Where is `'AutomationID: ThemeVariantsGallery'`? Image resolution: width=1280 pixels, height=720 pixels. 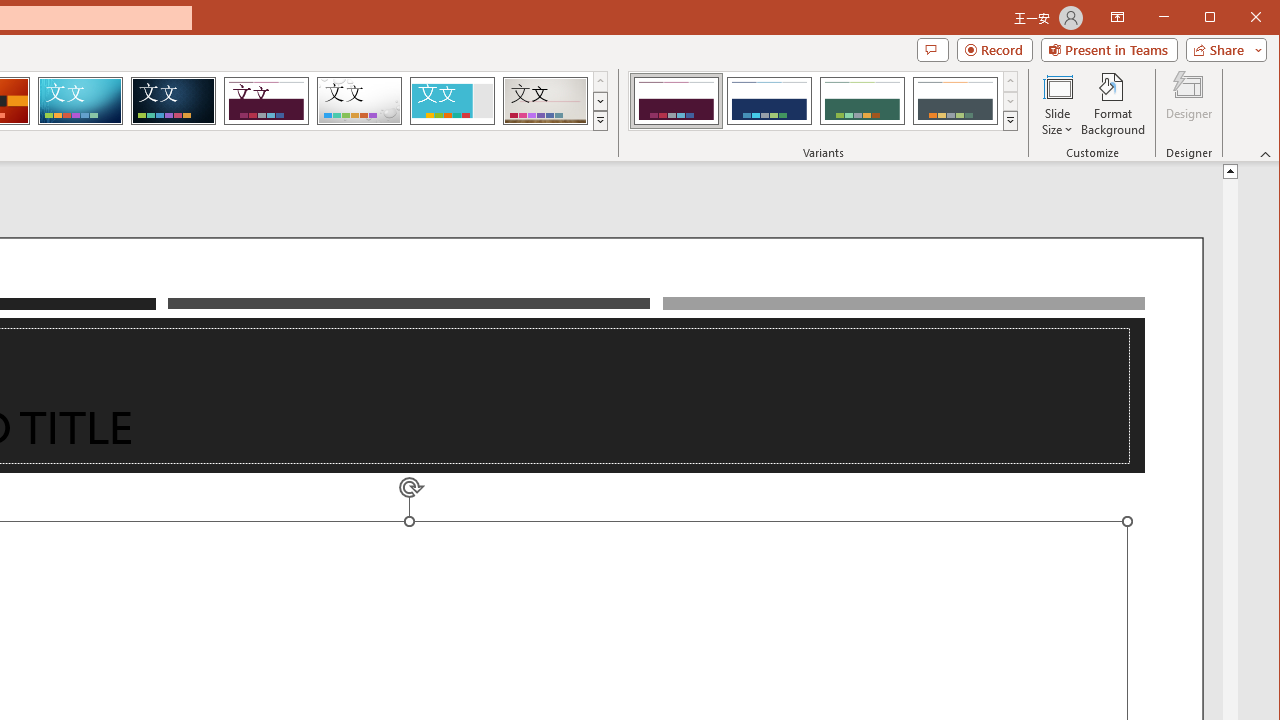 'AutomationID: ThemeVariantsGallery' is located at coordinates (824, 101).